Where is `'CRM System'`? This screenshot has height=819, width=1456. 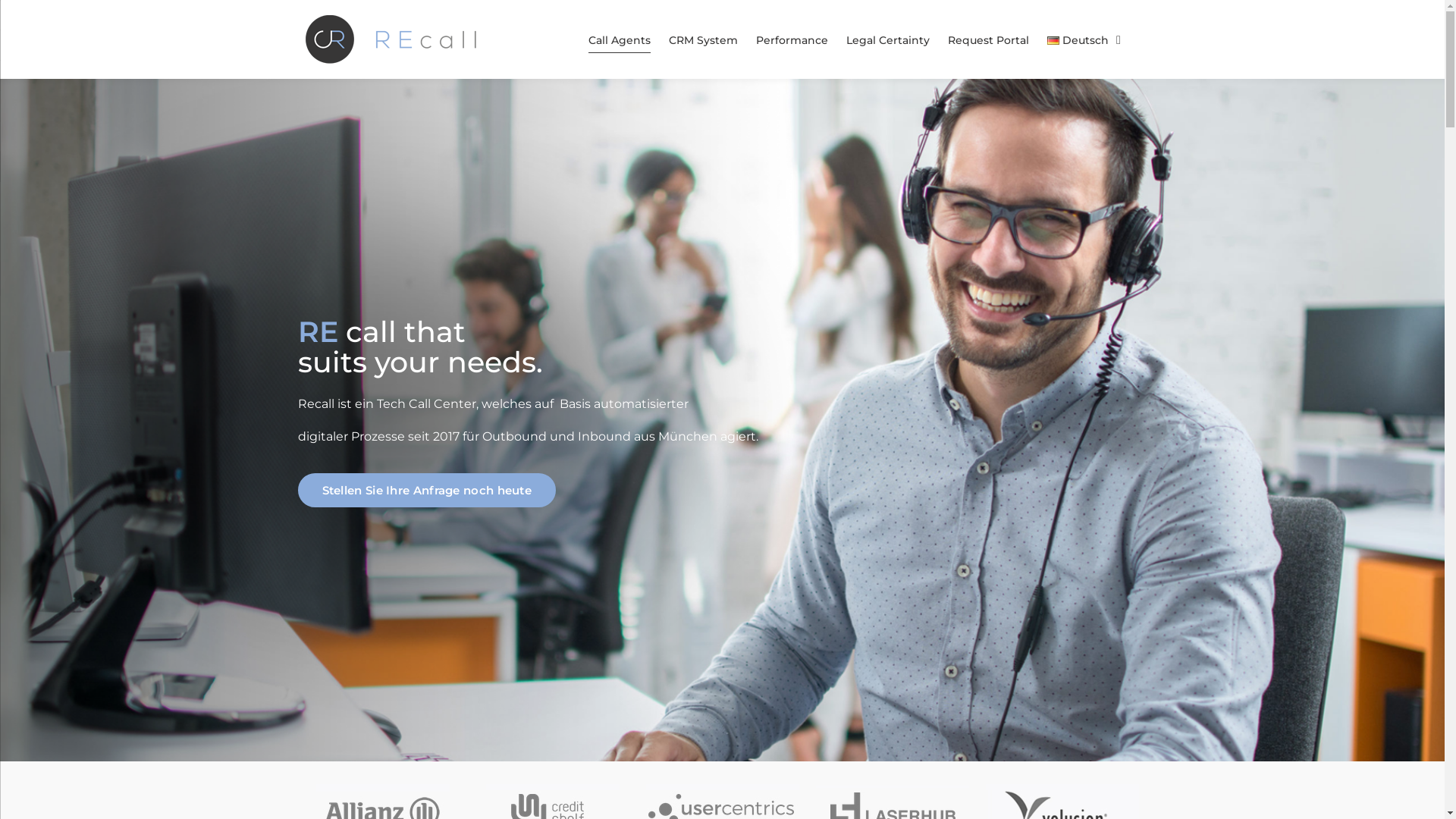 'CRM System' is located at coordinates (702, 39).